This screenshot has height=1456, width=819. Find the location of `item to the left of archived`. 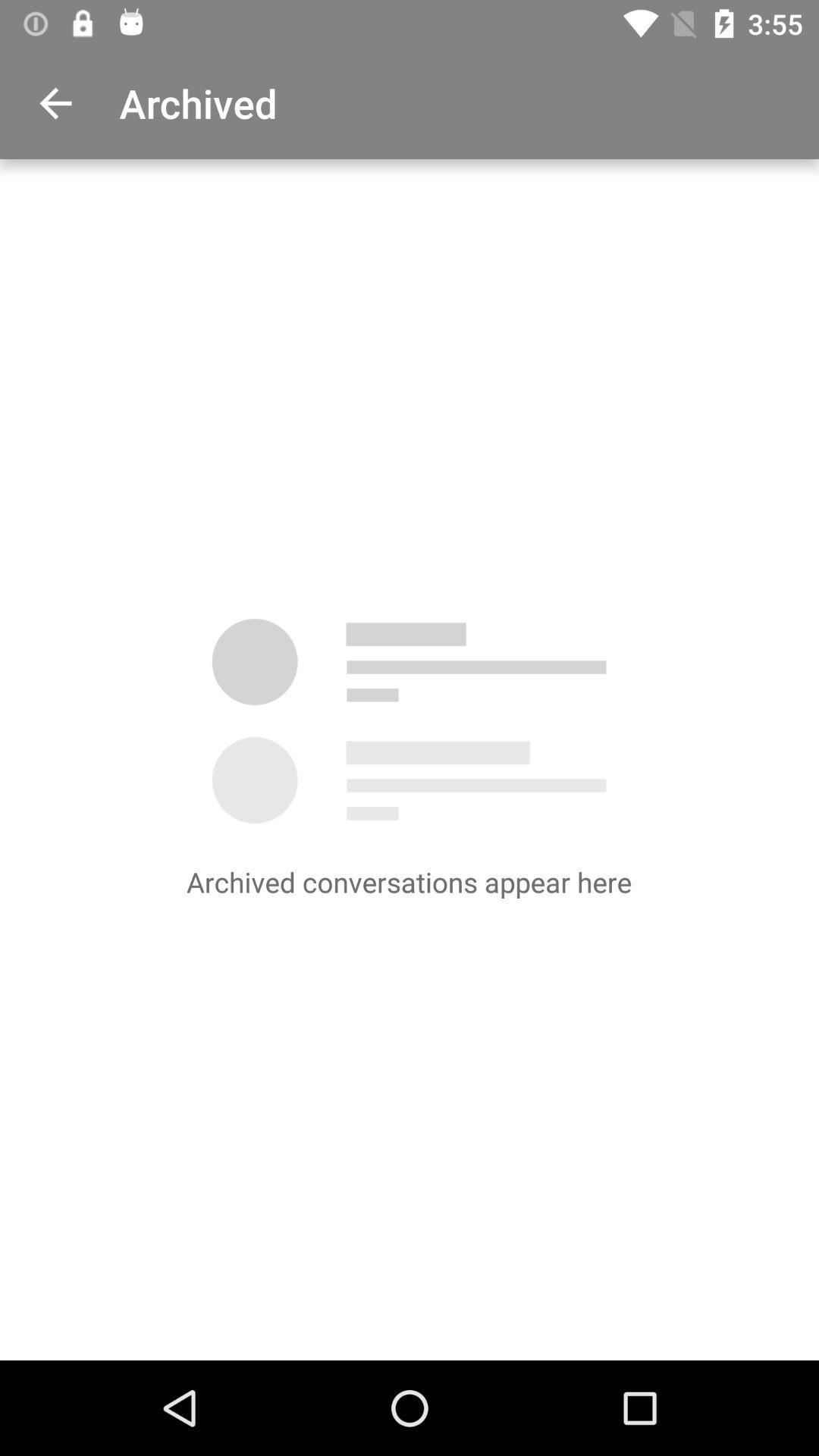

item to the left of archived is located at coordinates (55, 102).